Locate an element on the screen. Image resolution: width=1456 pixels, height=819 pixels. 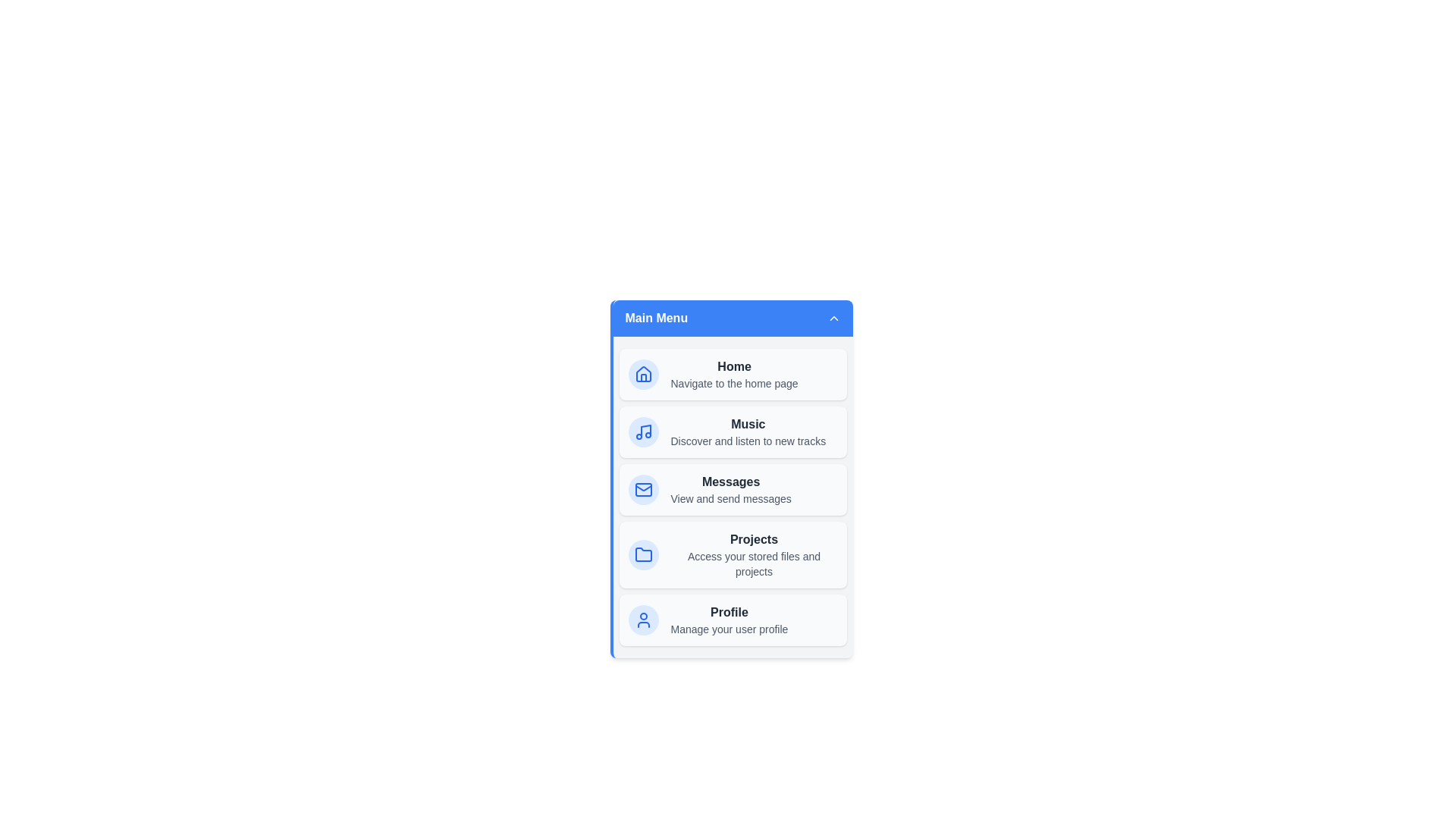
the menu item corresponding to Profile is located at coordinates (733, 620).